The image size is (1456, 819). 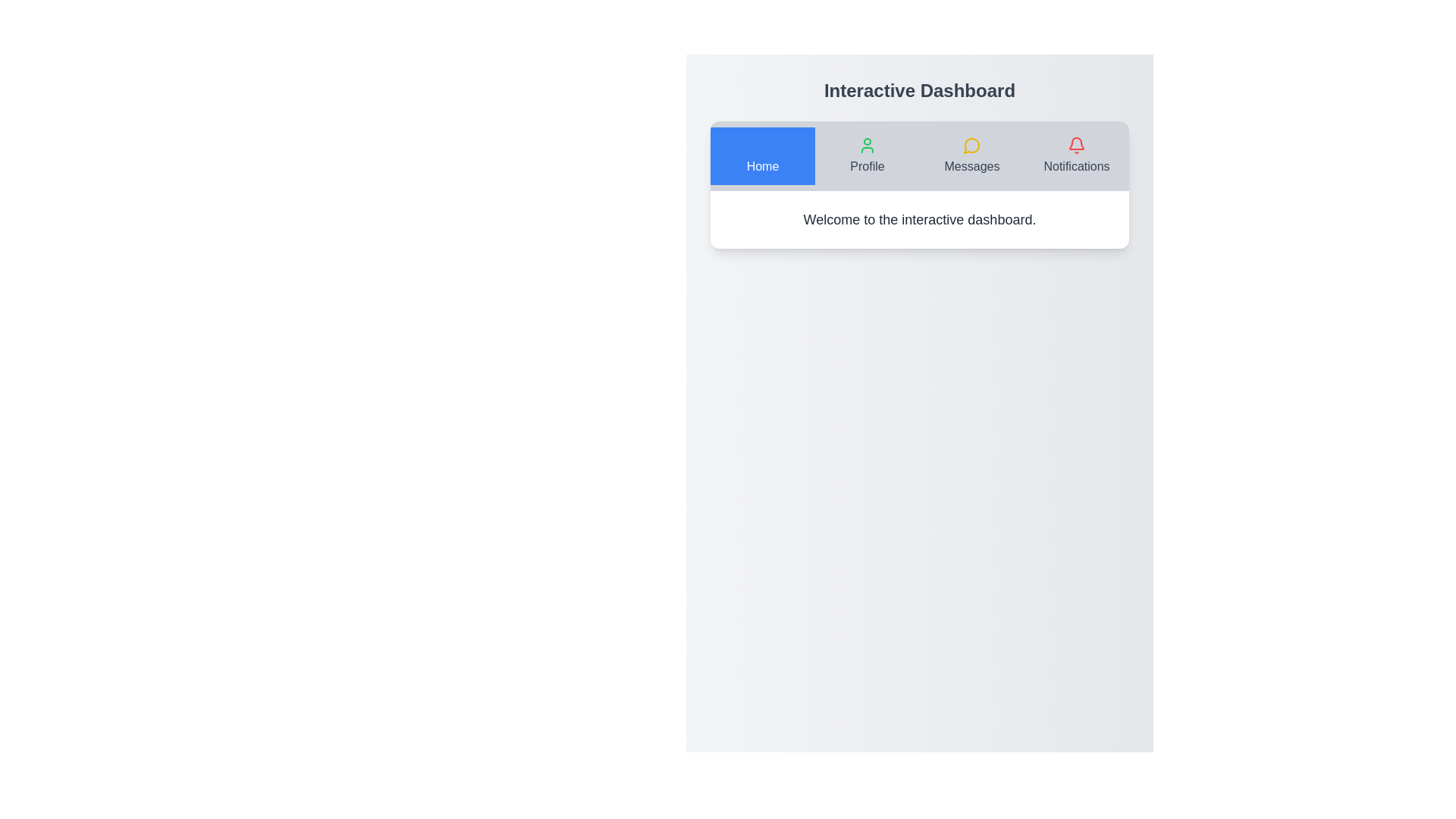 I want to click on the 'Profile' text label in the navigation bar, which is styled with a clean and prominent font, located near the top of the interface, immediately right of the 'Home' button, so click(x=867, y=166).